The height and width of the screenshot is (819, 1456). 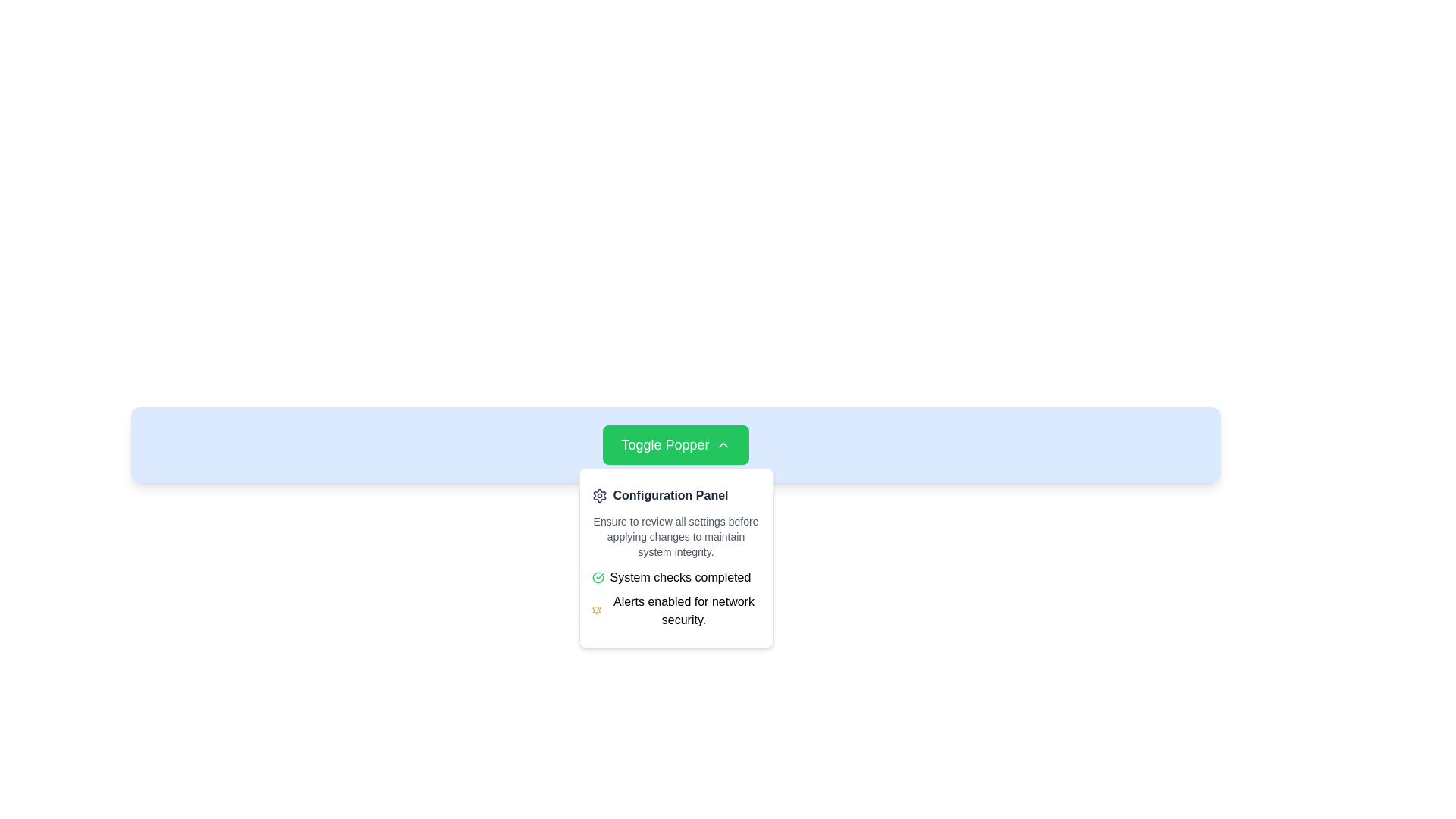 I want to click on informational text element that displays 'System checks completed' with a green checkmark icon on the left, positioned below the 'Toggle Popper' button, so click(x=675, y=578).